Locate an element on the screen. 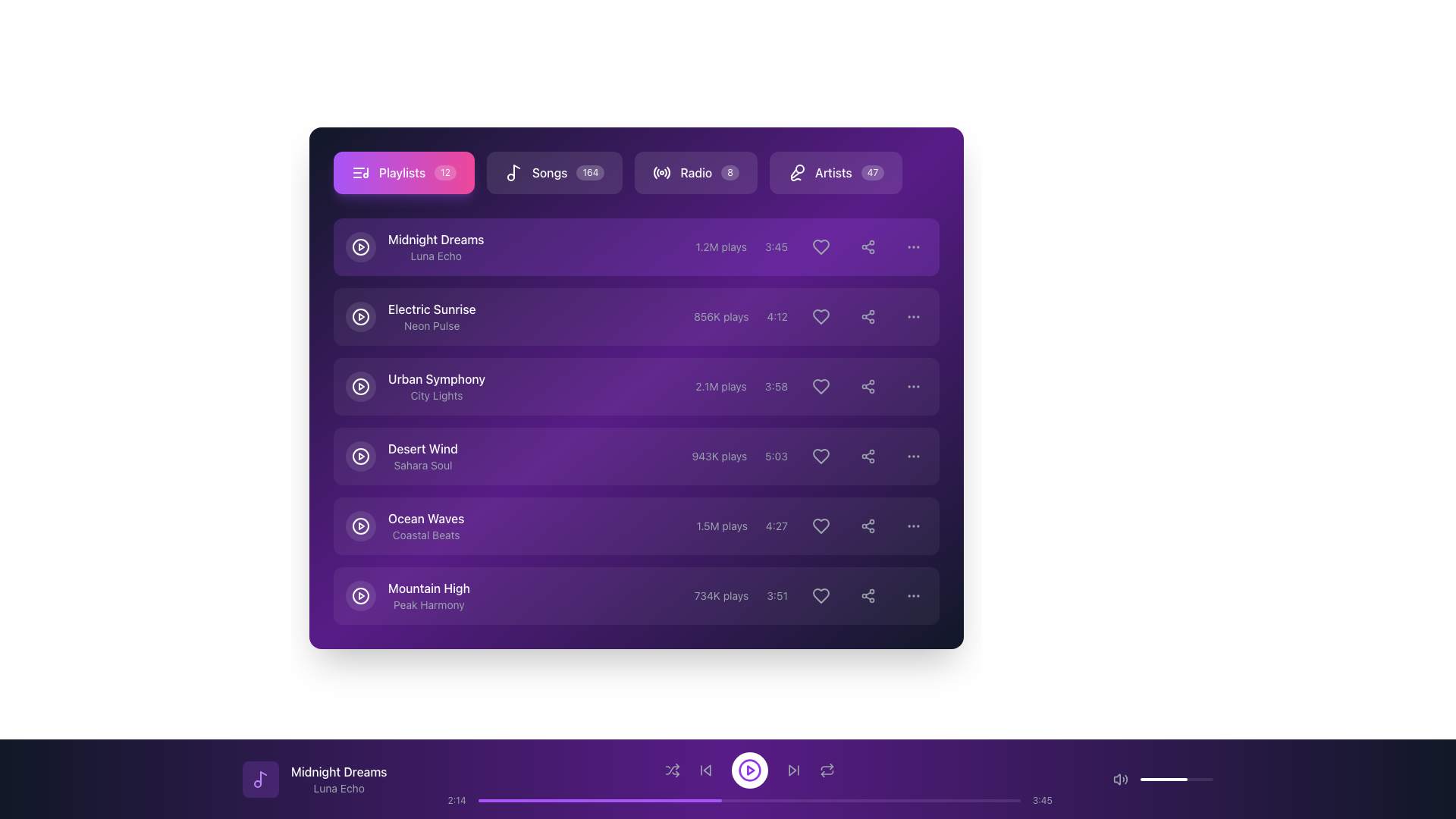 This screenshot has width=1456, height=819. the third list item titled 'Urban Symphony' to play the track is located at coordinates (636, 385).